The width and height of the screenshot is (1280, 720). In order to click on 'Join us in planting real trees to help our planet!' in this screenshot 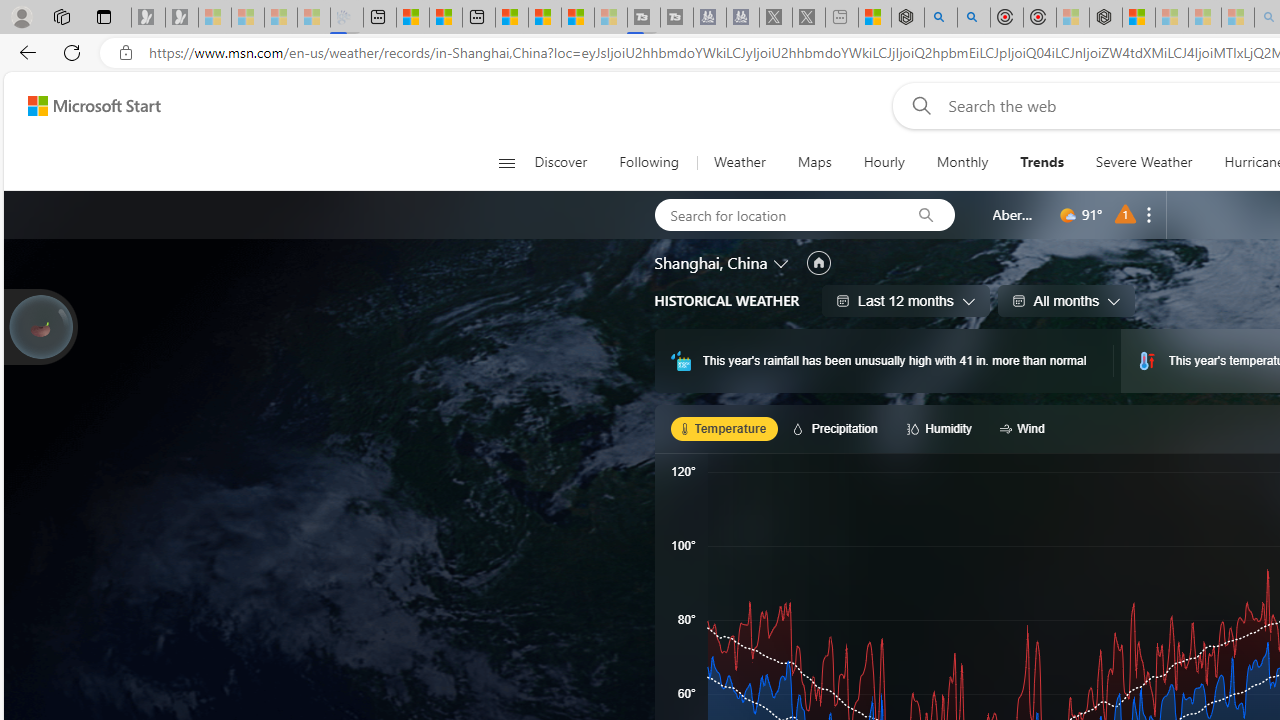, I will do `click(40, 326)`.